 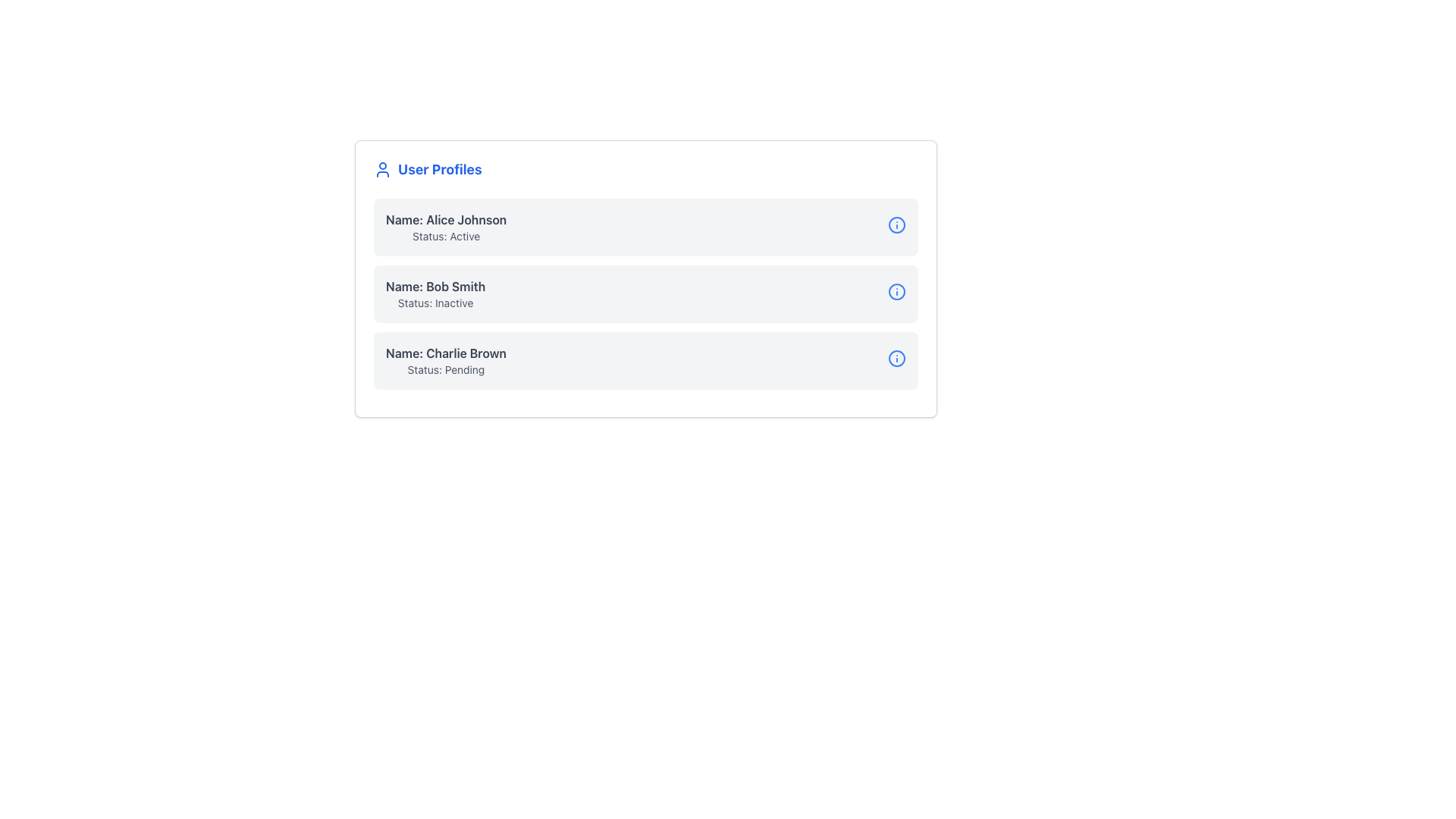 I want to click on the text label displaying 'Name: Charlie Brown' which is the first line of text in the third entry of the vertically stacked list within a white card in the 'User Profiles' panel, so click(x=445, y=353).